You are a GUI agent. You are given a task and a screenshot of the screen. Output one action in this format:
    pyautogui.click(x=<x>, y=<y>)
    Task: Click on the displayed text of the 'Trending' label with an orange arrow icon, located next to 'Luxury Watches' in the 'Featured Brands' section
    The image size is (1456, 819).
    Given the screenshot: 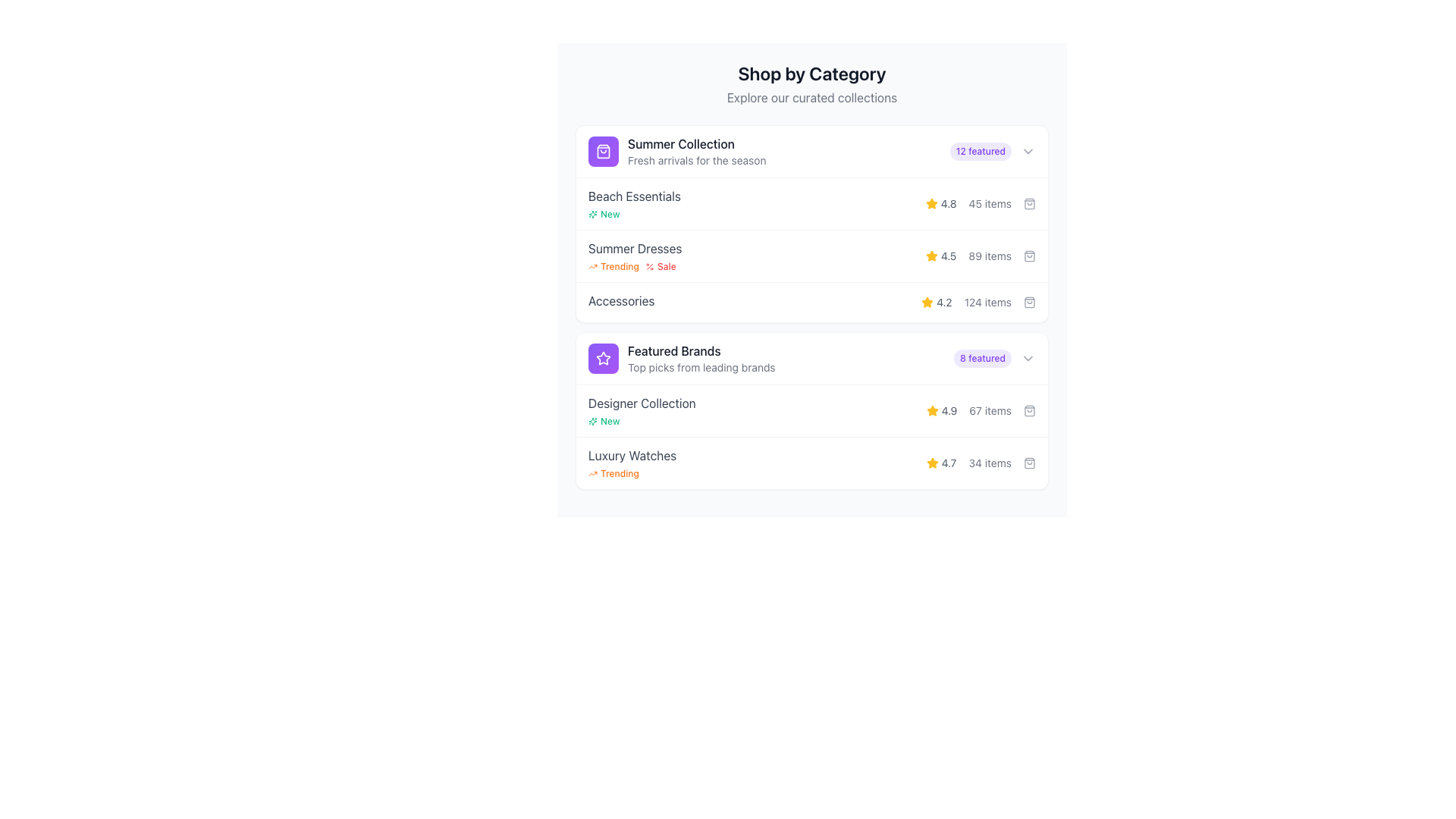 What is the action you would take?
    pyautogui.click(x=613, y=472)
    